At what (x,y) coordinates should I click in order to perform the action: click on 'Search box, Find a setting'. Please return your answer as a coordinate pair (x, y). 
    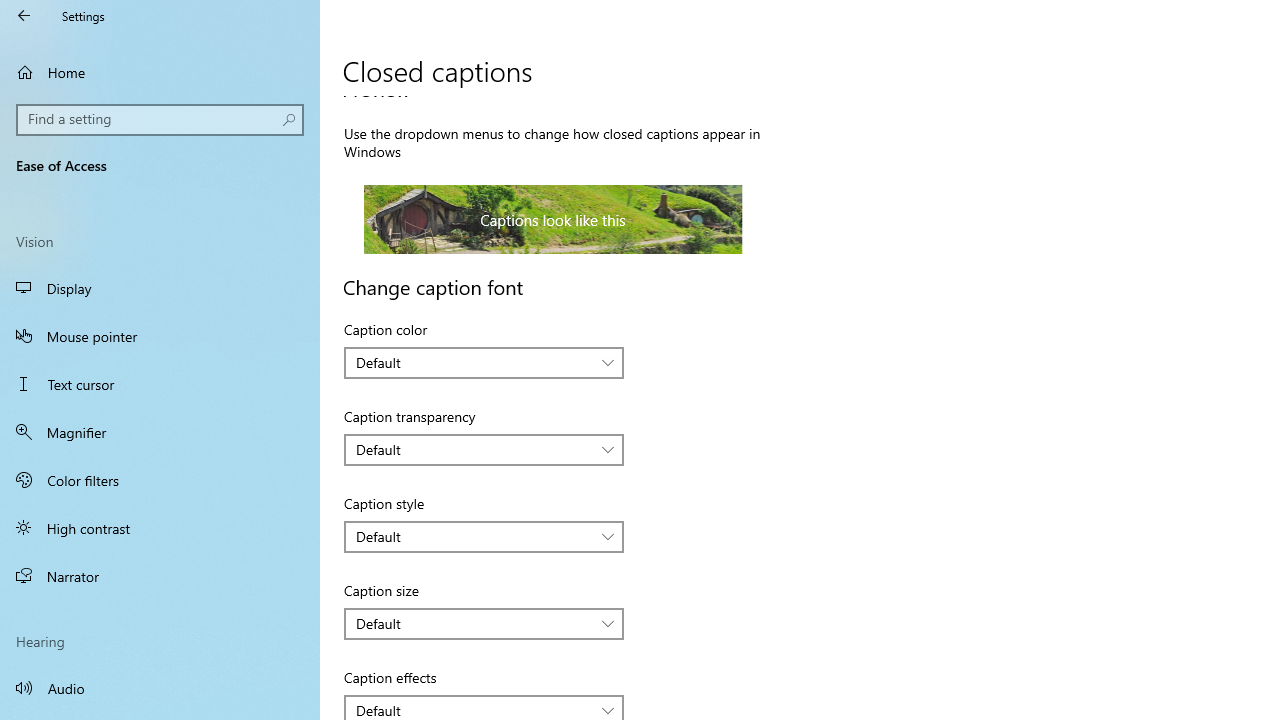
    Looking at the image, I should click on (160, 119).